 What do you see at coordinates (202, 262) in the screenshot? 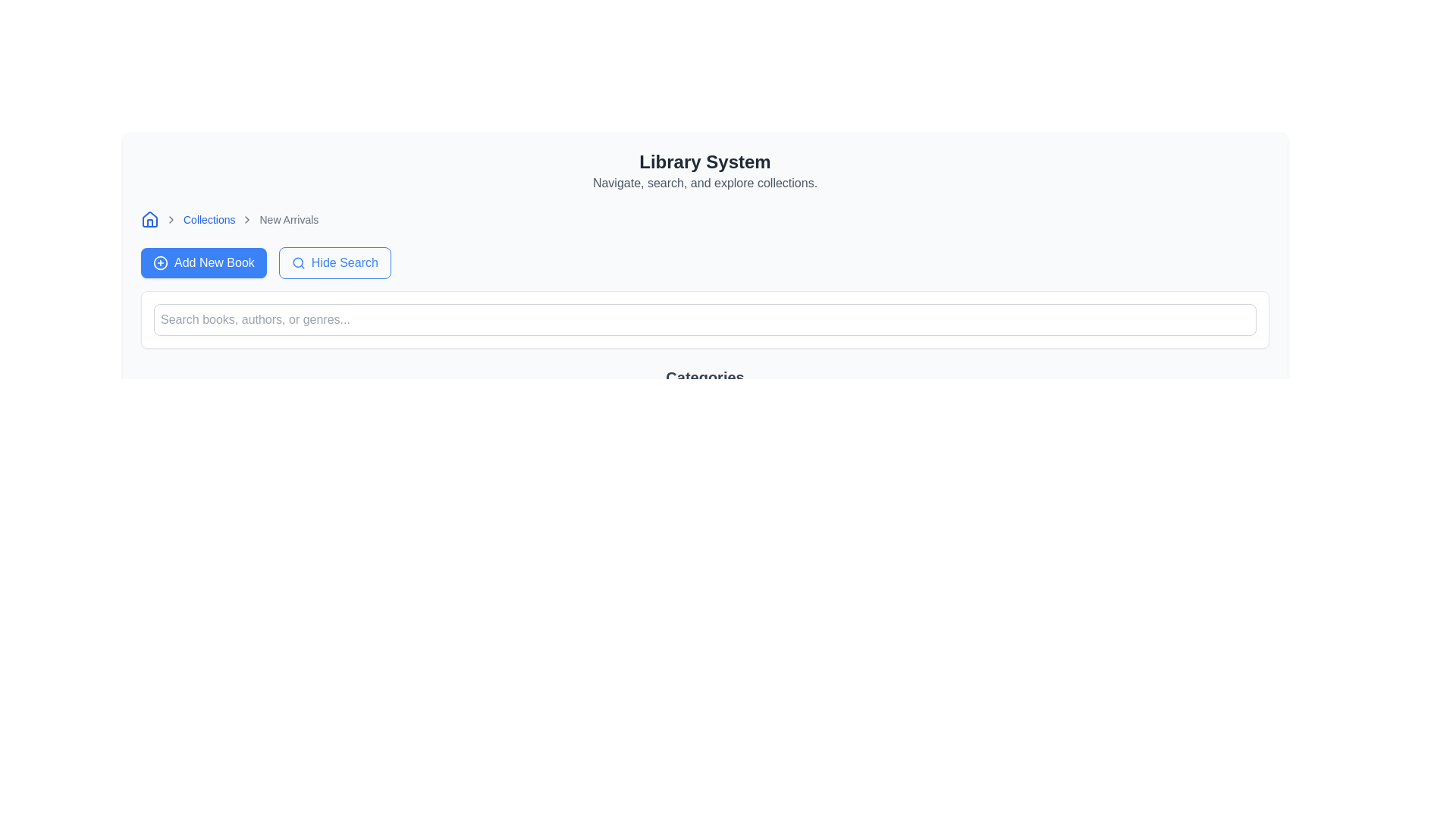
I see `the blue rectangular button labeled 'Add New Book'` at bounding box center [202, 262].